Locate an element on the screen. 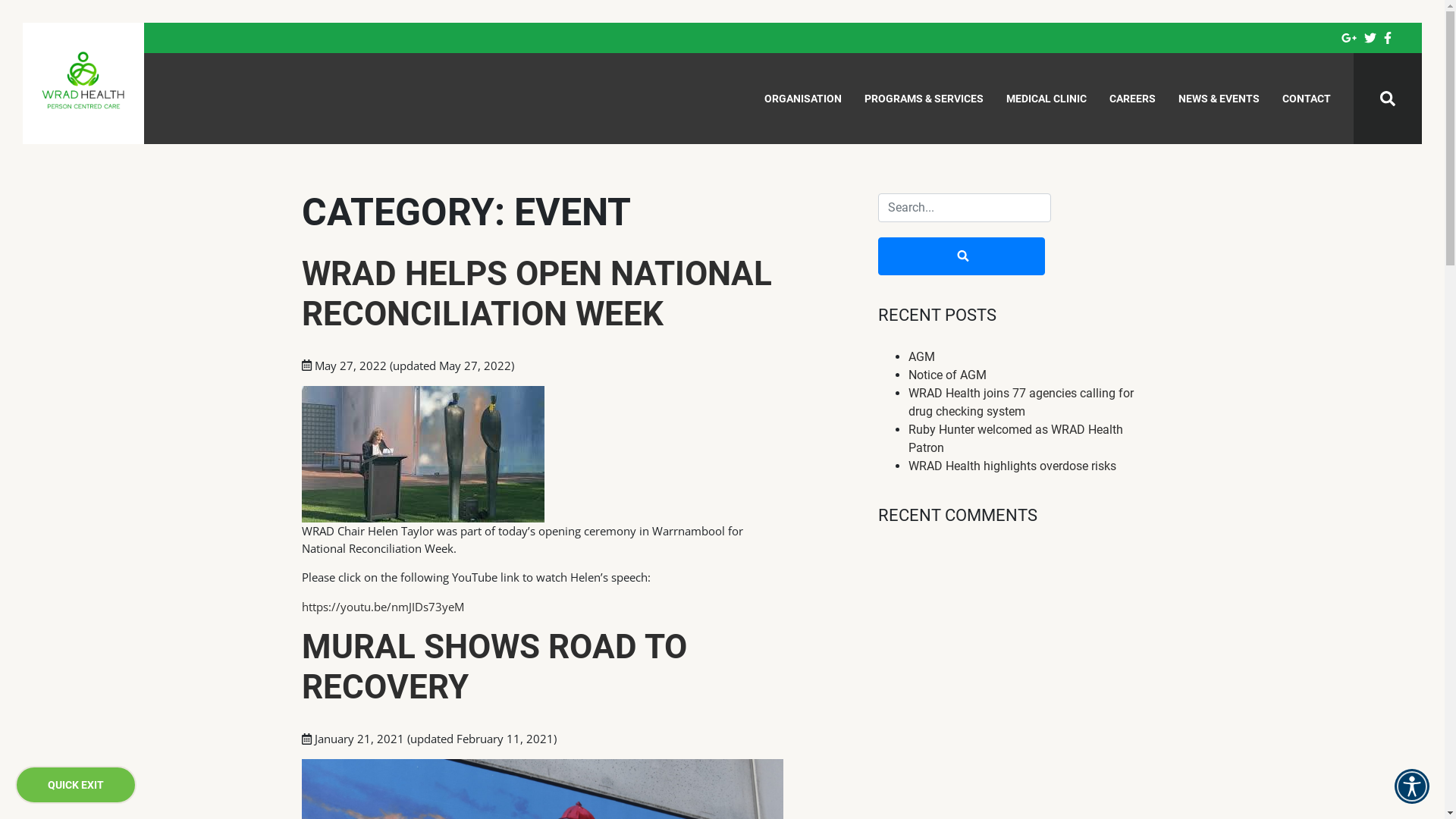  'WRAD Health highlights overdose risks' is located at coordinates (1012, 465).